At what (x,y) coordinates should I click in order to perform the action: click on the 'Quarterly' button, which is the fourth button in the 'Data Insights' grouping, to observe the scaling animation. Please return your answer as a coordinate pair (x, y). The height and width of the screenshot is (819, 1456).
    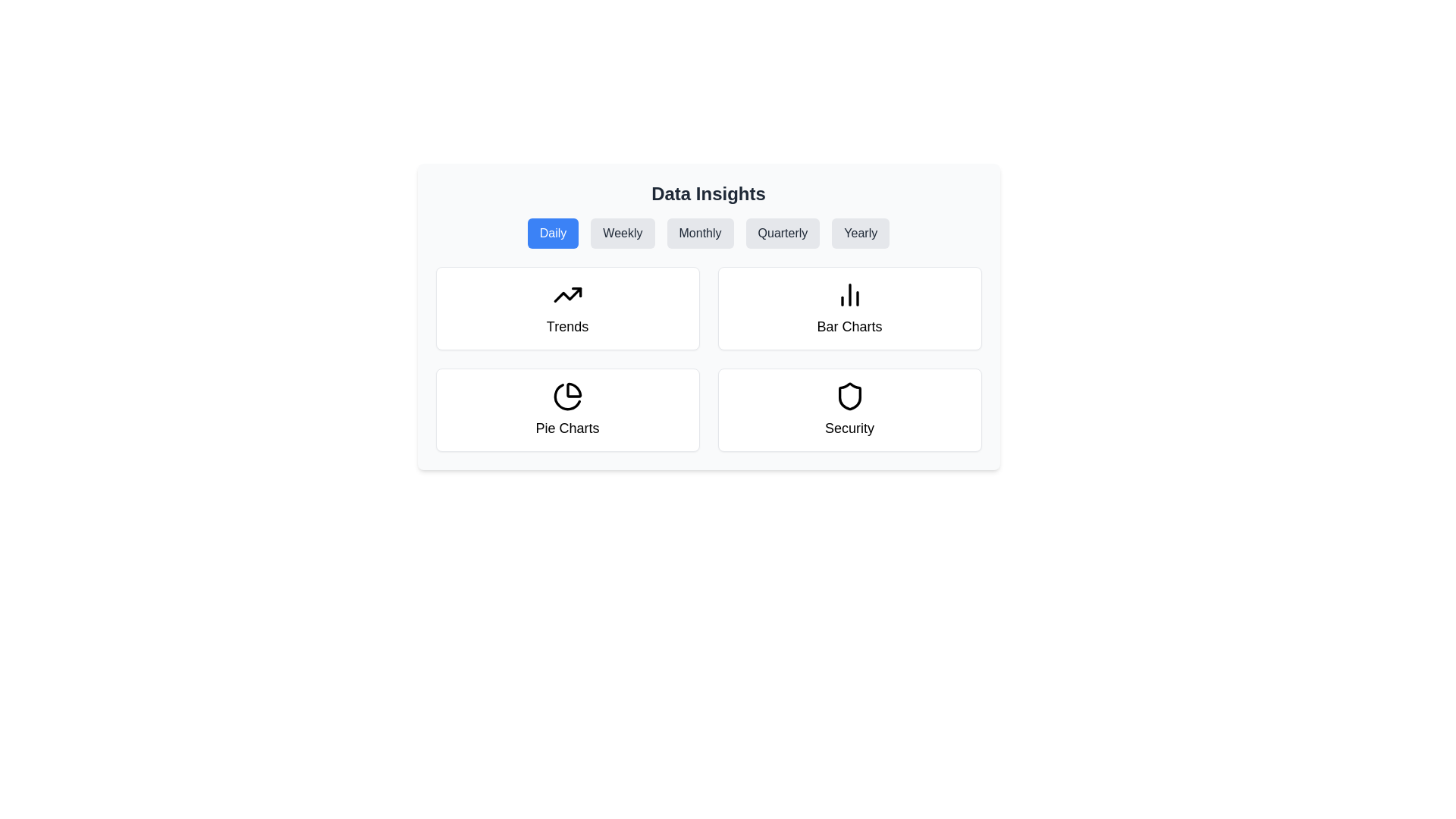
    Looking at the image, I should click on (783, 234).